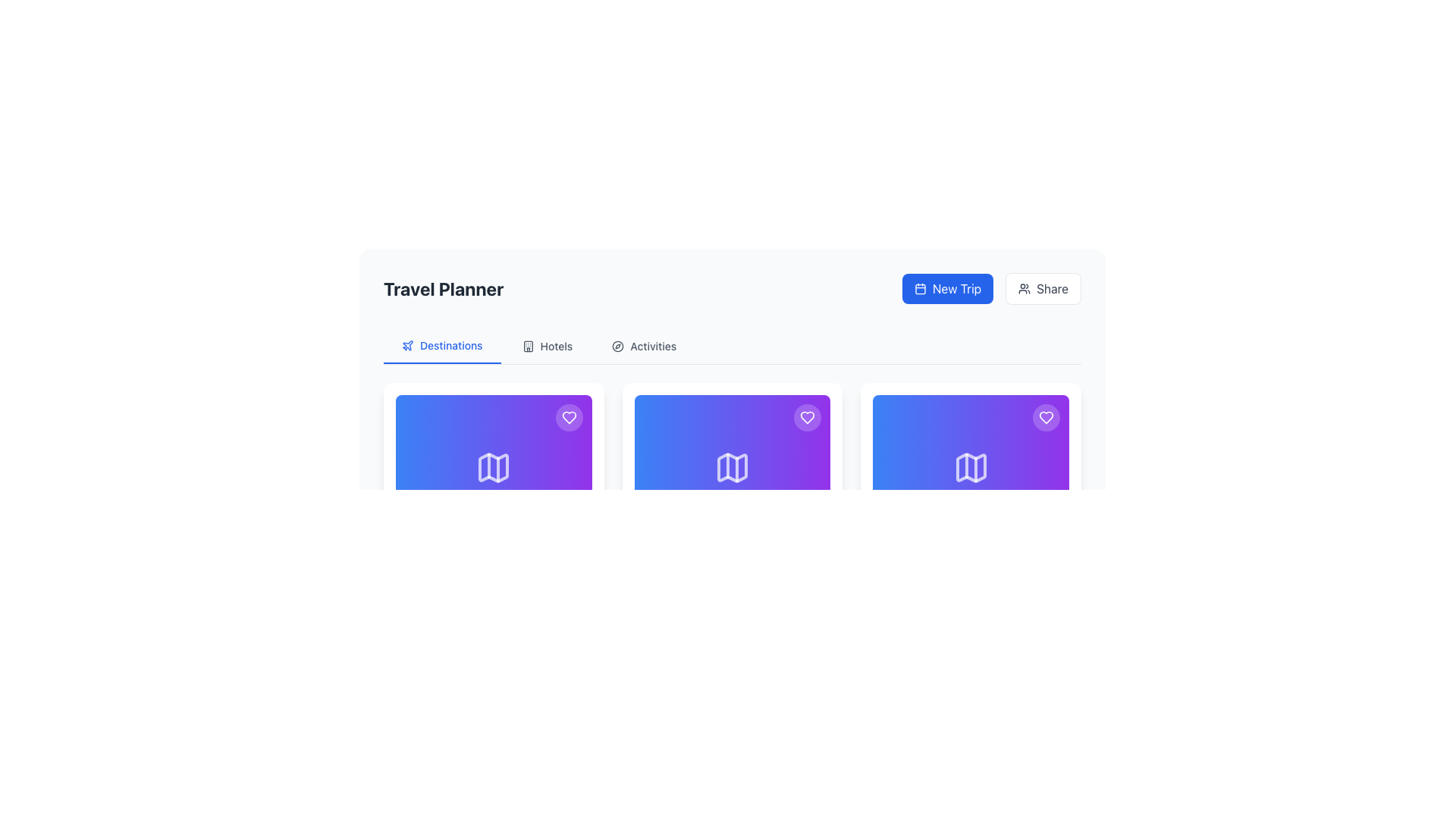  Describe the element at coordinates (807, 418) in the screenshot. I see `the favorite button located at the top-right corner of the second card in the horizontally-aligned list to trigger the hover effect` at that location.